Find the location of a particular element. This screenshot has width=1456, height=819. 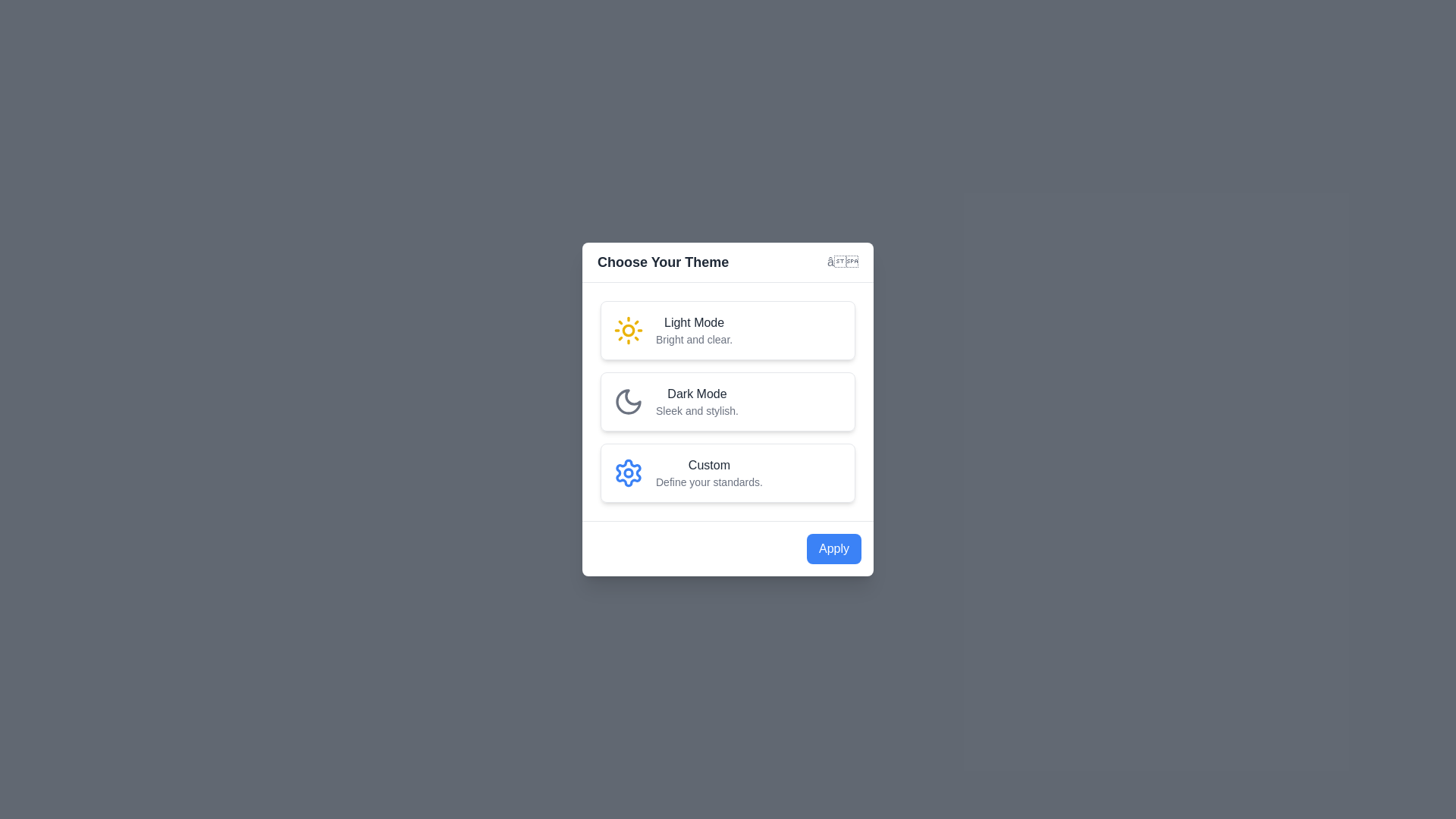

the theme Dark Mode to visually inspect its icon is located at coordinates (728, 400).